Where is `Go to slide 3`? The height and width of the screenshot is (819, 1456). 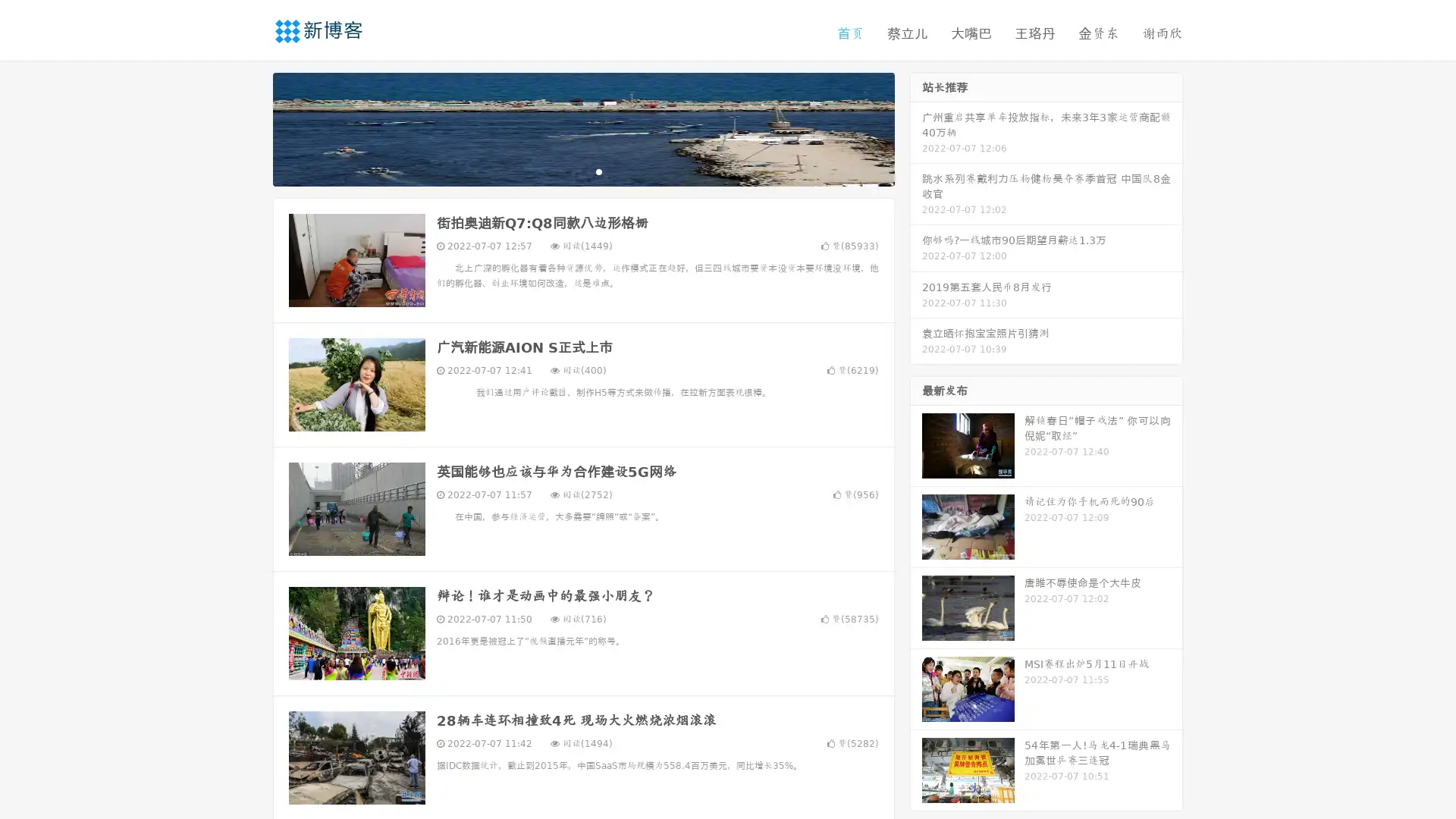 Go to slide 3 is located at coordinates (598, 171).